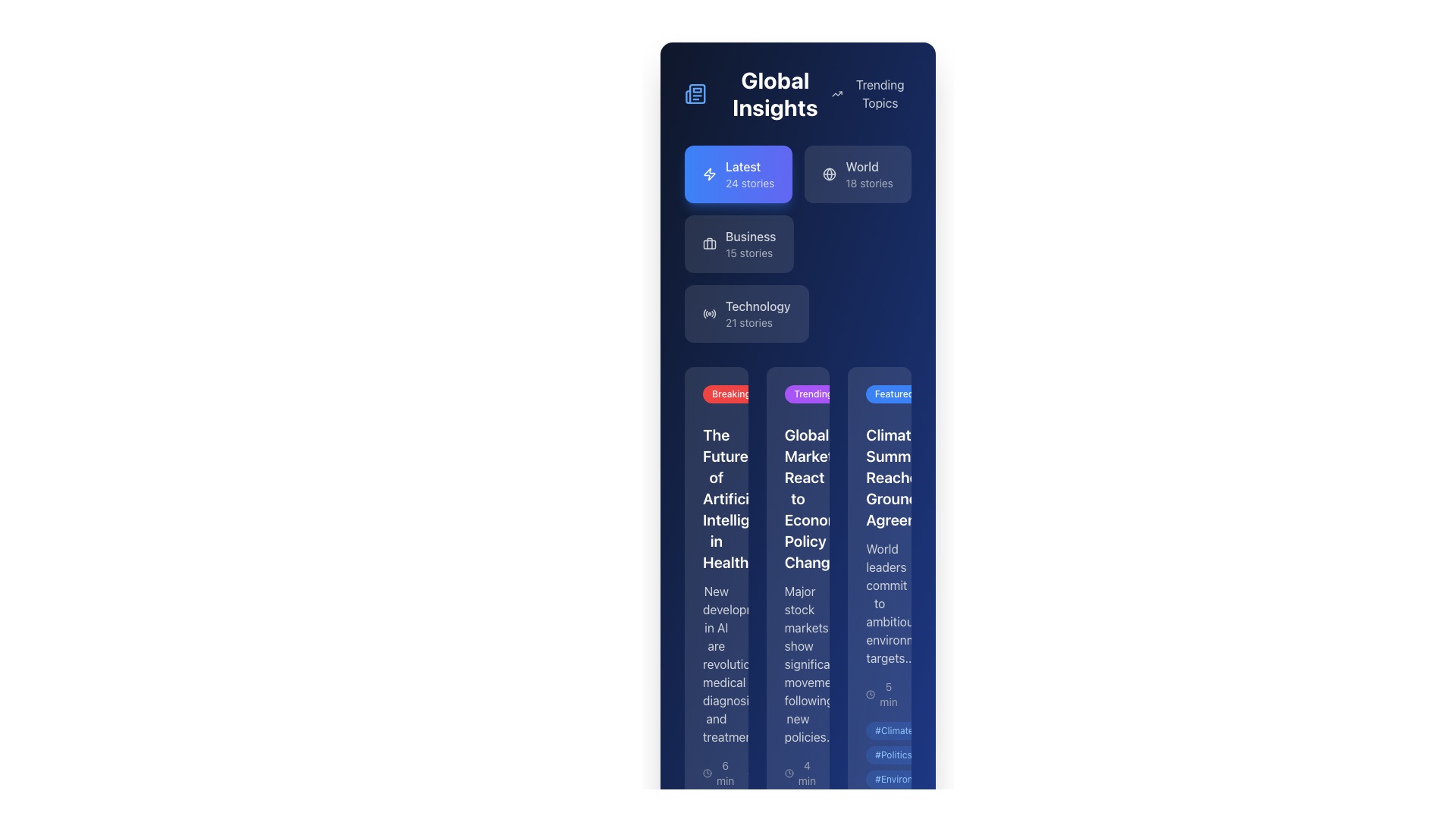  What do you see at coordinates (789, 773) in the screenshot?
I see `time icon that indicates '4 min' positioned in the third column of the card layout beneath the 'Trending' label` at bounding box center [789, 773].